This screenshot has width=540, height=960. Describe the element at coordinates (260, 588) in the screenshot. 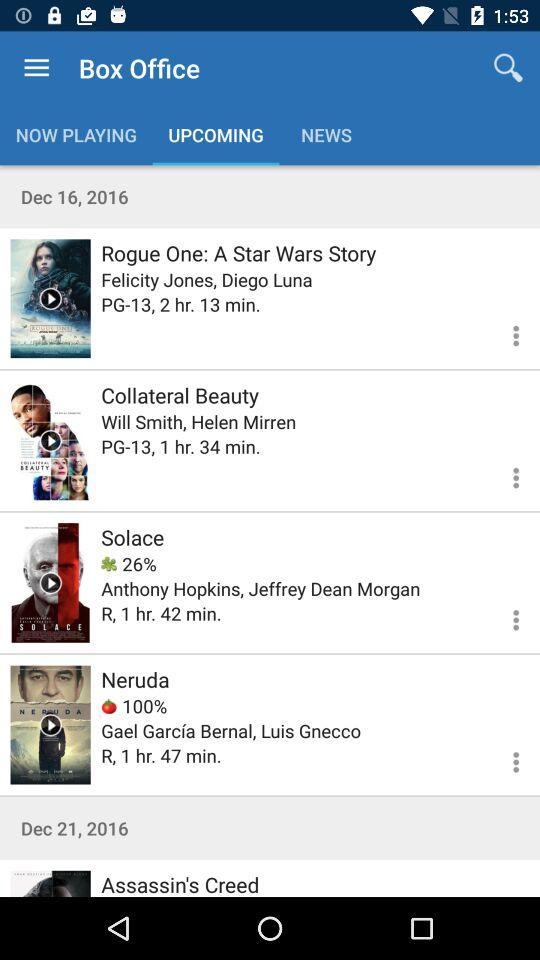

I see `the anthony hopkins jeffrey` at that location.